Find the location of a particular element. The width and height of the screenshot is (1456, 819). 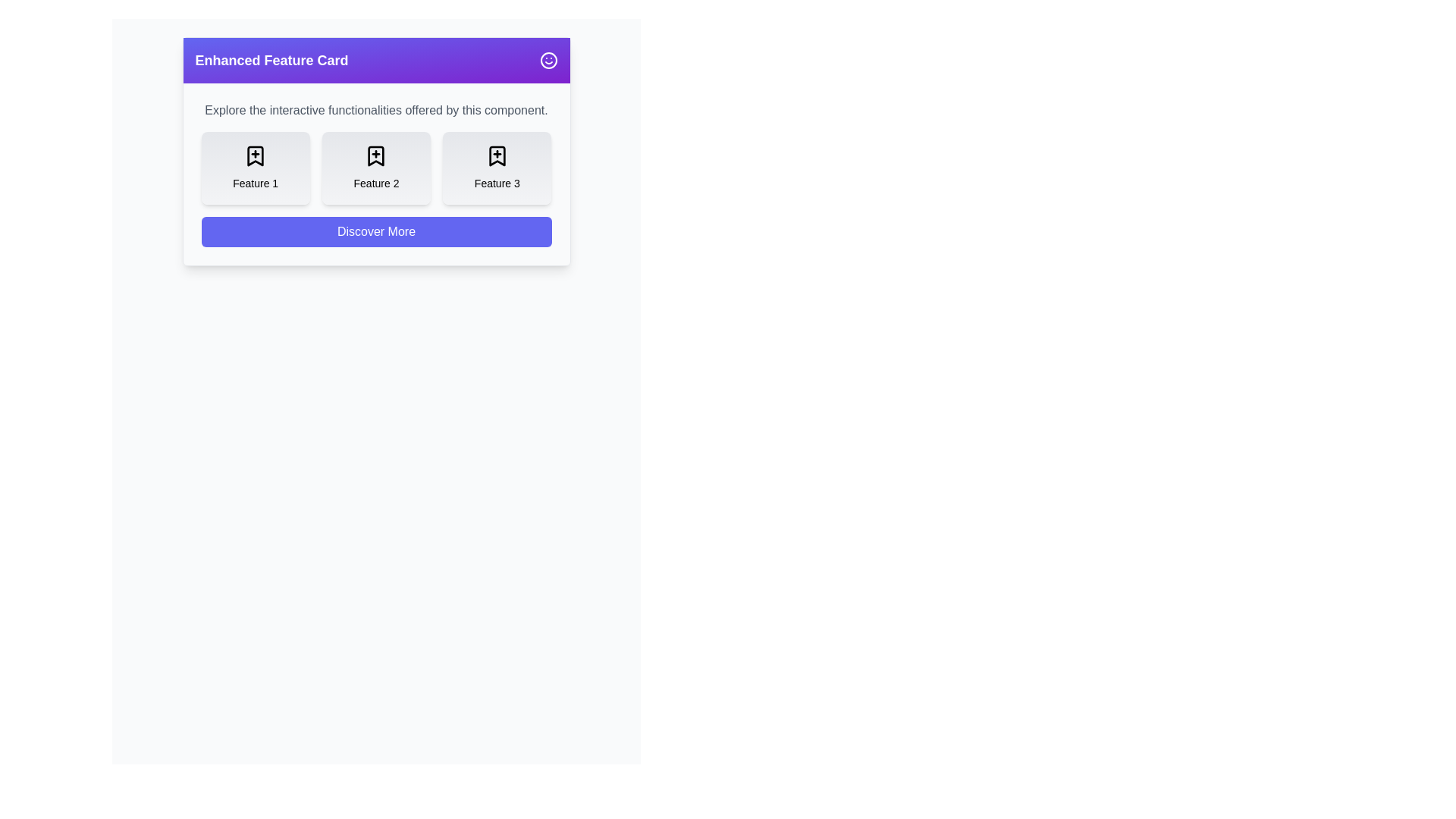

the 'Feature 3' card, which is the rightmost card in a row of three cards, featuring a bookmark icon with a '+' symbol and the text 'Feature 3' below it is located at coordinates (497, 168).